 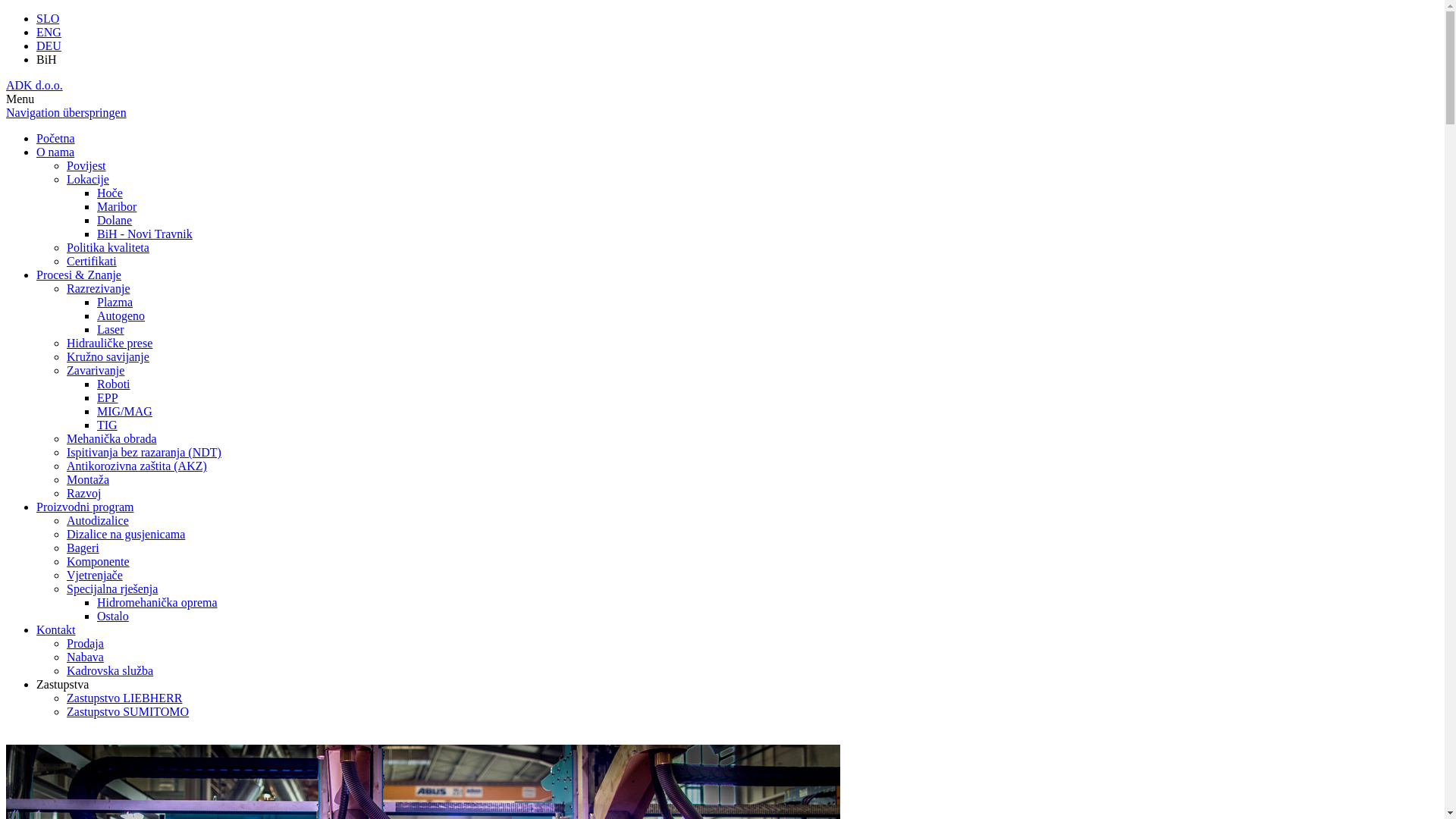 What do you see at coordinates (65, 178) in the screenshot?
I see `'Lokacije'` at bounding box center [65, 178].